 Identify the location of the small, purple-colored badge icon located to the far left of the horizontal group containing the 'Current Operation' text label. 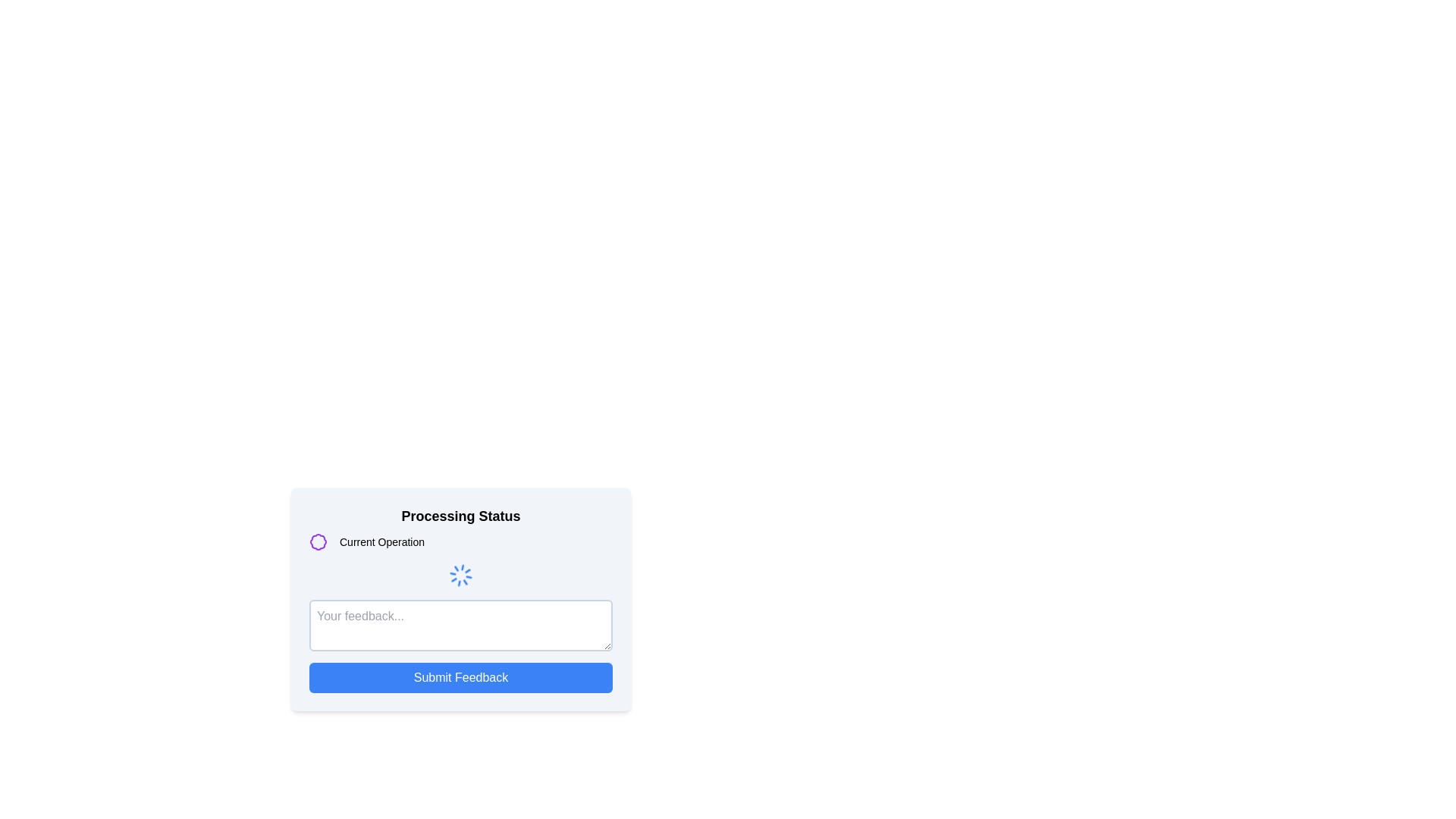
(318, 541).